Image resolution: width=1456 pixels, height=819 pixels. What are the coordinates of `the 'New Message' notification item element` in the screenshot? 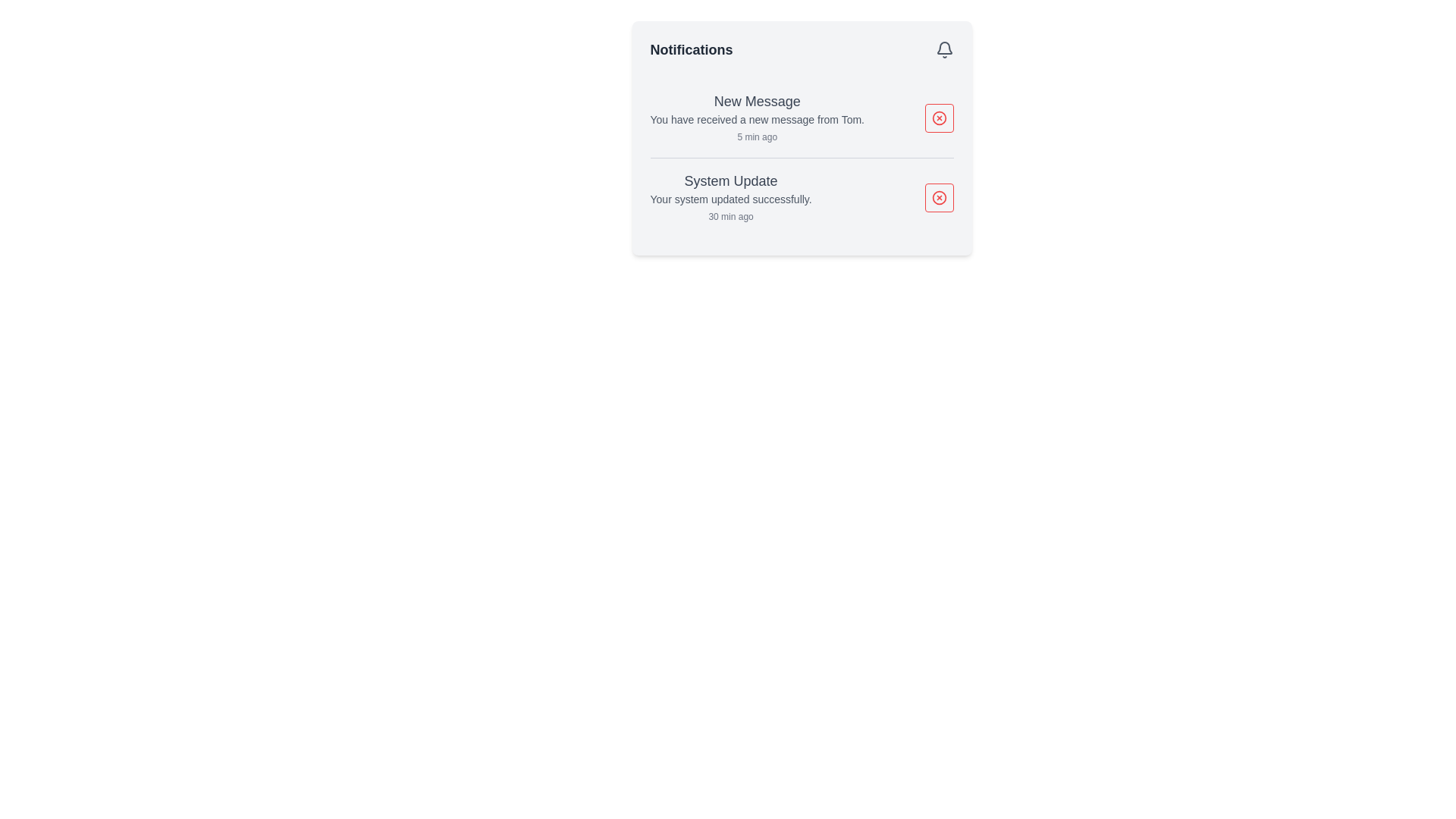 It's located at (757, 117).